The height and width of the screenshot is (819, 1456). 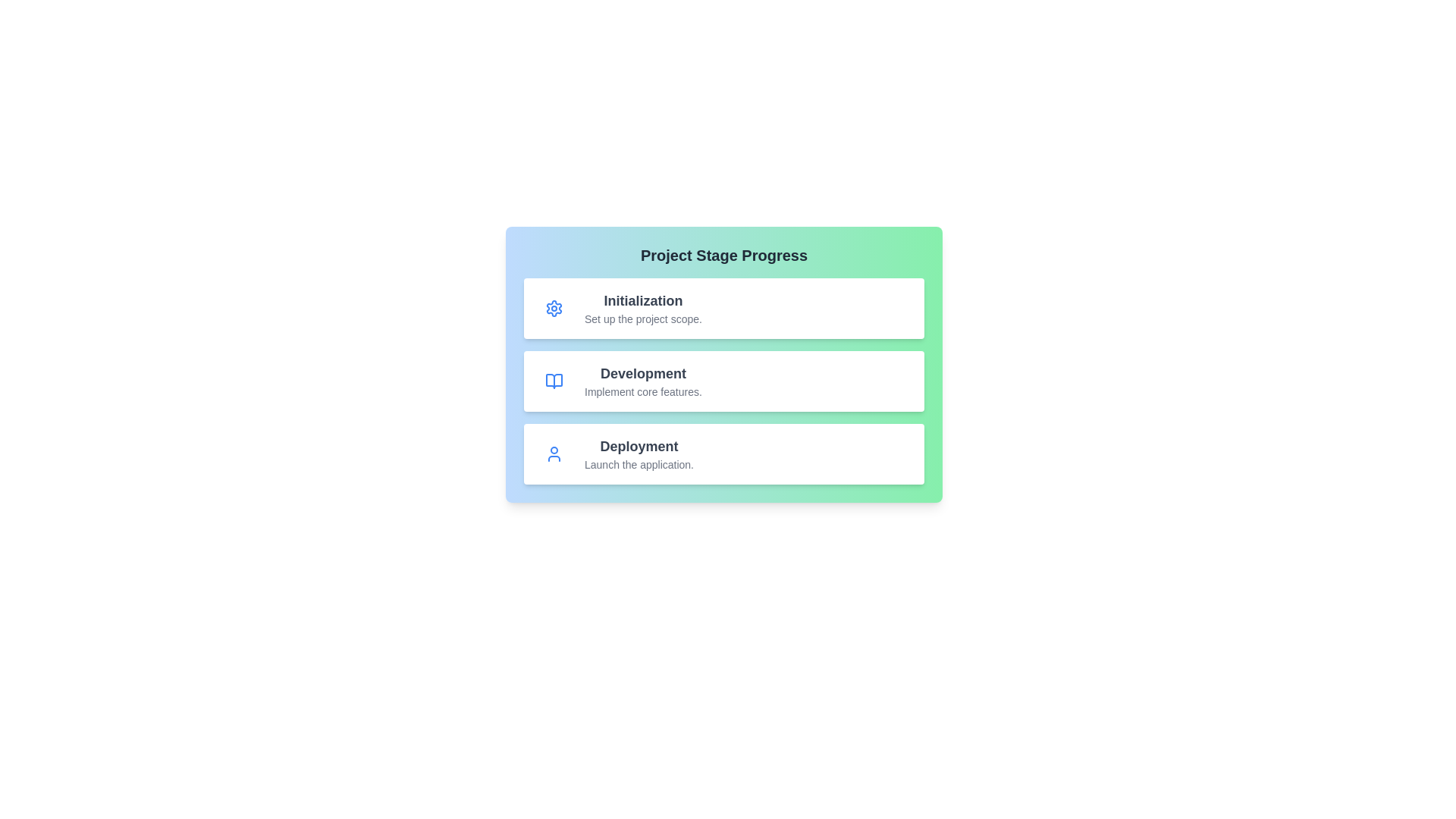 What do you see at coordinates (553, 380) in the screenshot?
I see `the open book icon, which is styled with a clean outline in blue and located next to the 'Development' label in the second row of the stacked layout` at bounding box center [553, 380].